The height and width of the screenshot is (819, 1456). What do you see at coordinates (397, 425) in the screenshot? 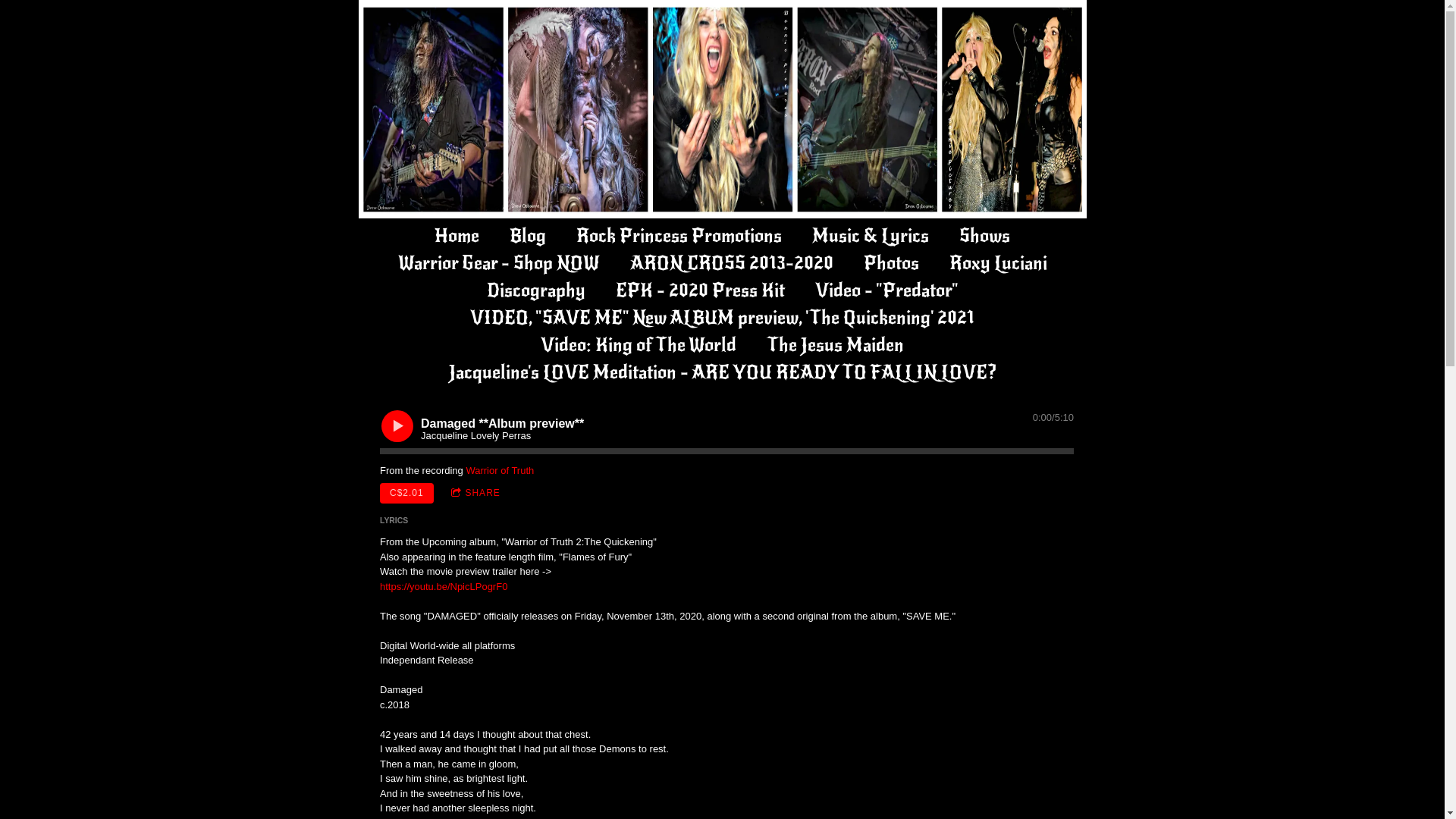
I see `'Play'` at bounding box center [397, 425].